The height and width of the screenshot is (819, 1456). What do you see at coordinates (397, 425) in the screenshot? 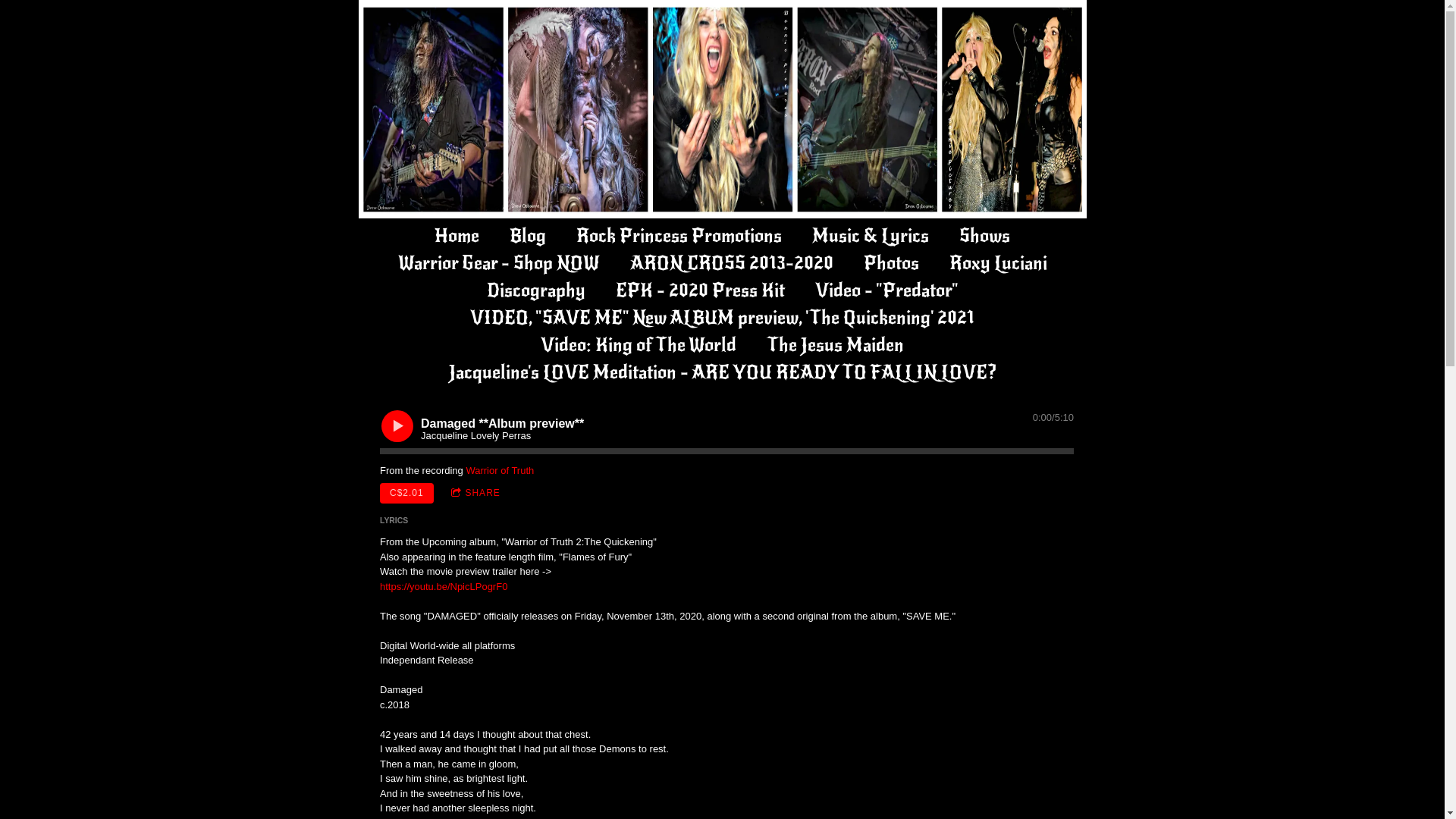
I see `'Play'` at bounding box center [397, 425].